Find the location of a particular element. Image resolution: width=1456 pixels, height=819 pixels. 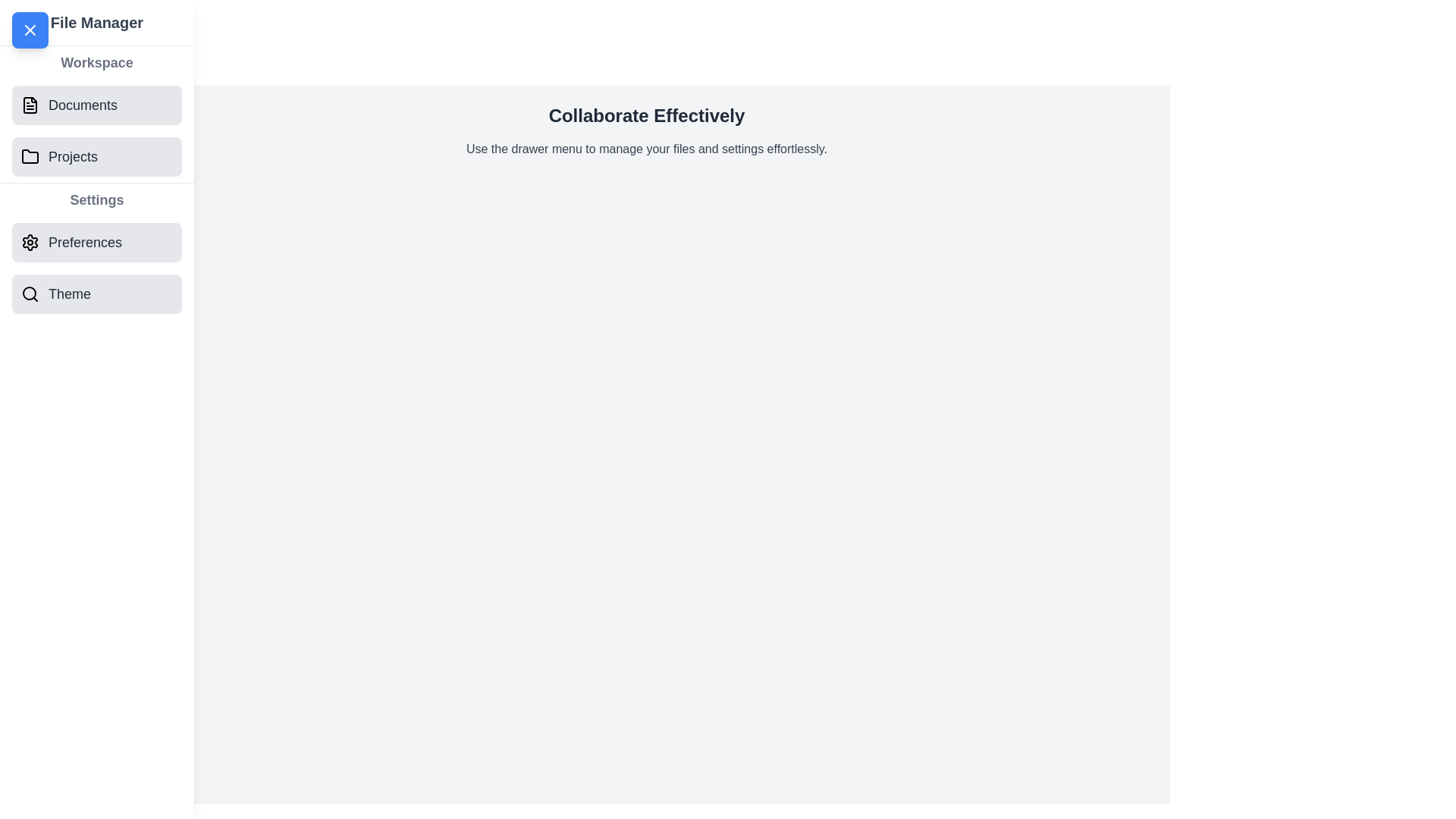

the toggle button to toggle the drawer visibility is located at coordinates (30, 30).